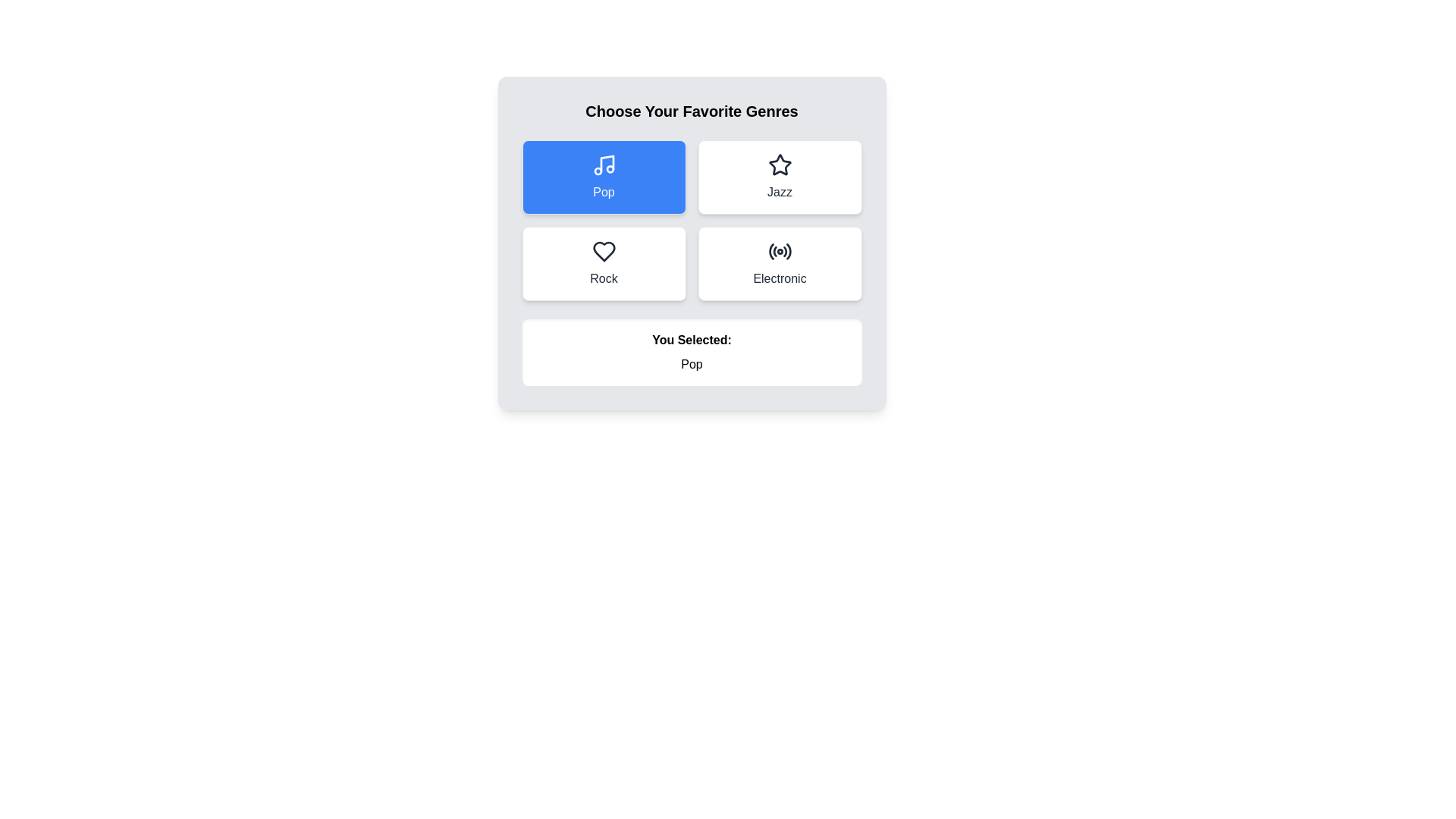 The width and height of the screenshot is (1456, 819). I want to click on the genre button labeled Pop to observe the hover effect, so click(603, 177).